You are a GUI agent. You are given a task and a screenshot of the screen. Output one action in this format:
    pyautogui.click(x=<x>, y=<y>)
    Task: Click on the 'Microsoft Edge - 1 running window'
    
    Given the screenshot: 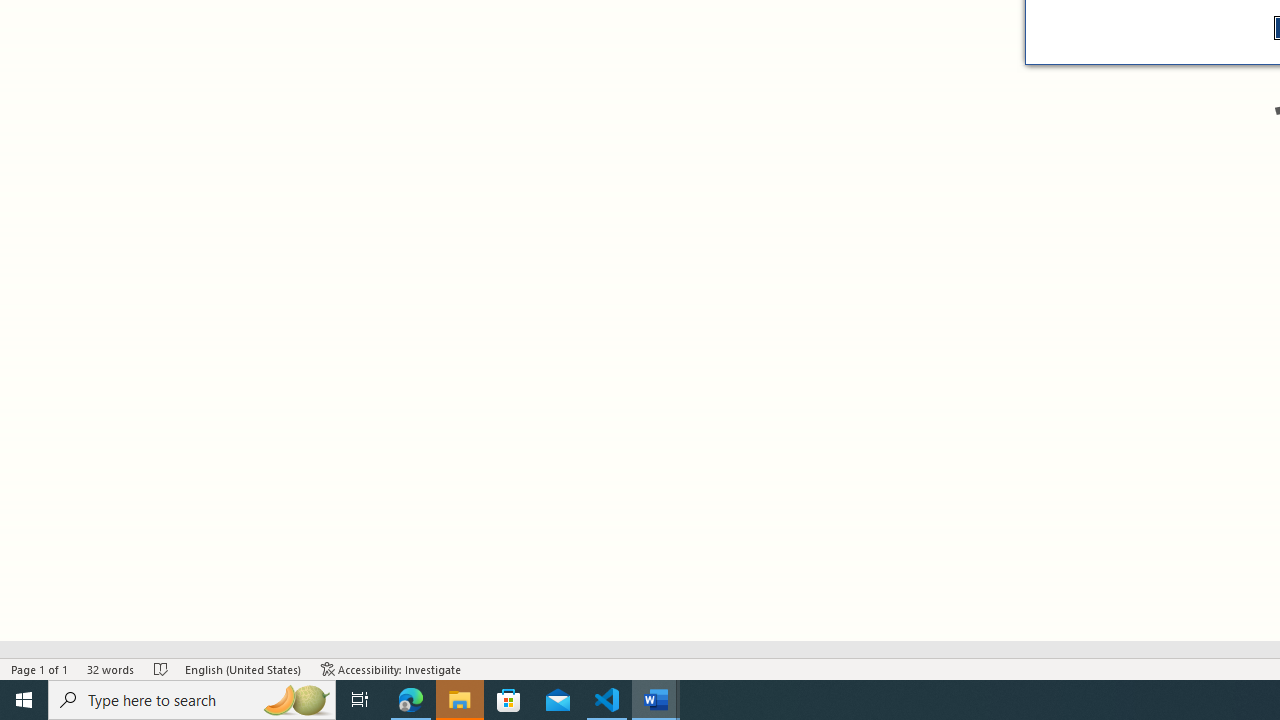 What is the action you would take?
    pyautogui.click(x=410, y=698)
    